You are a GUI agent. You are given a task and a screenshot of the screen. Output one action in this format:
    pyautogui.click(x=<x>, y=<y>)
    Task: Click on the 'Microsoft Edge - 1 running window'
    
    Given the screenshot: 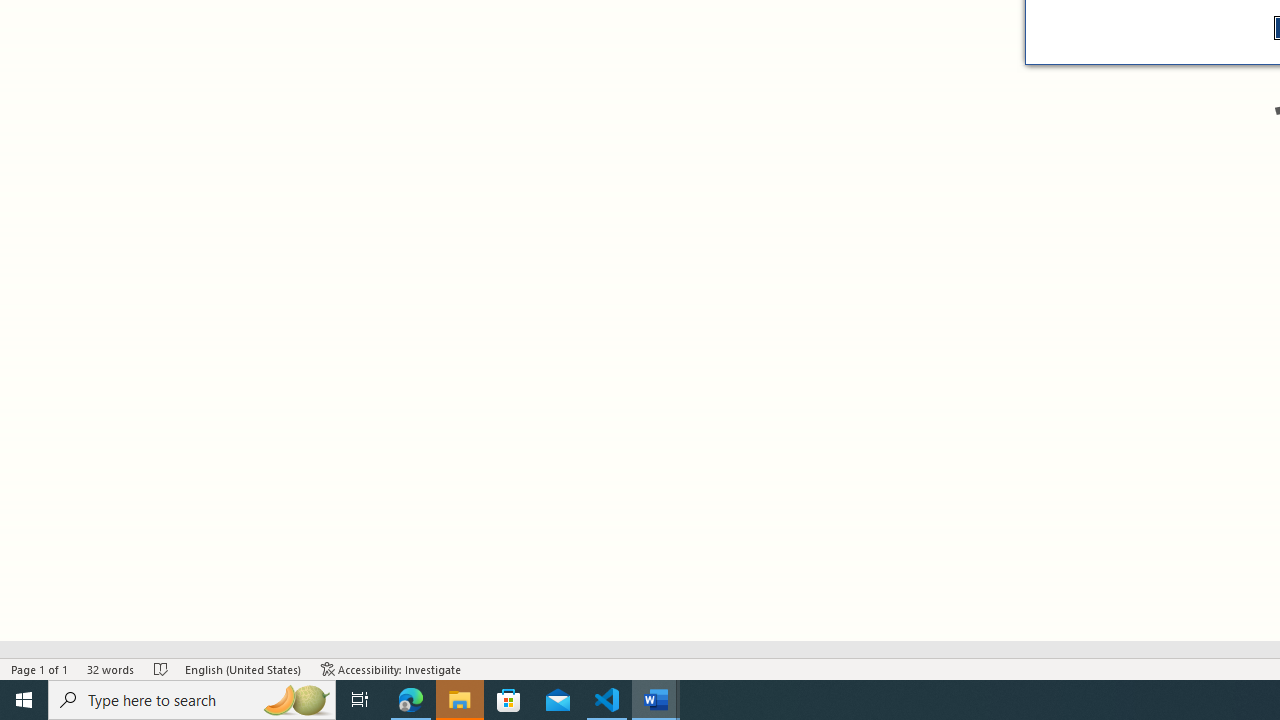 What is the action you would take?
    pyautogui.click(x=410, y=698)
    